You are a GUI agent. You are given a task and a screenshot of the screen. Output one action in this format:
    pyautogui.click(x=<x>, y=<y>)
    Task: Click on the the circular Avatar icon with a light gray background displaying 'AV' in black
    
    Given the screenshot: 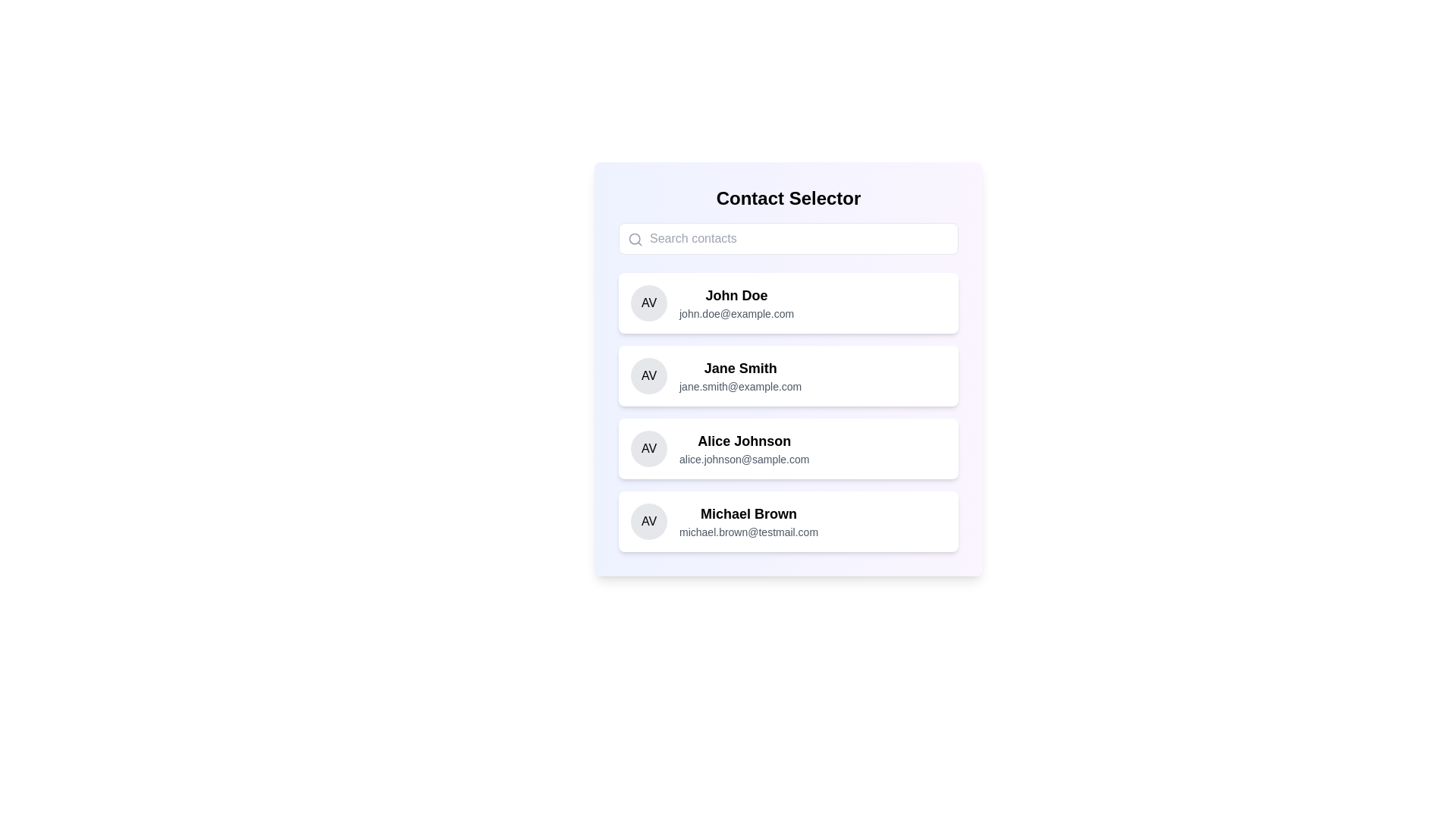 What is the action you would take?
    pyautogui.click(x=648, y=303)
    